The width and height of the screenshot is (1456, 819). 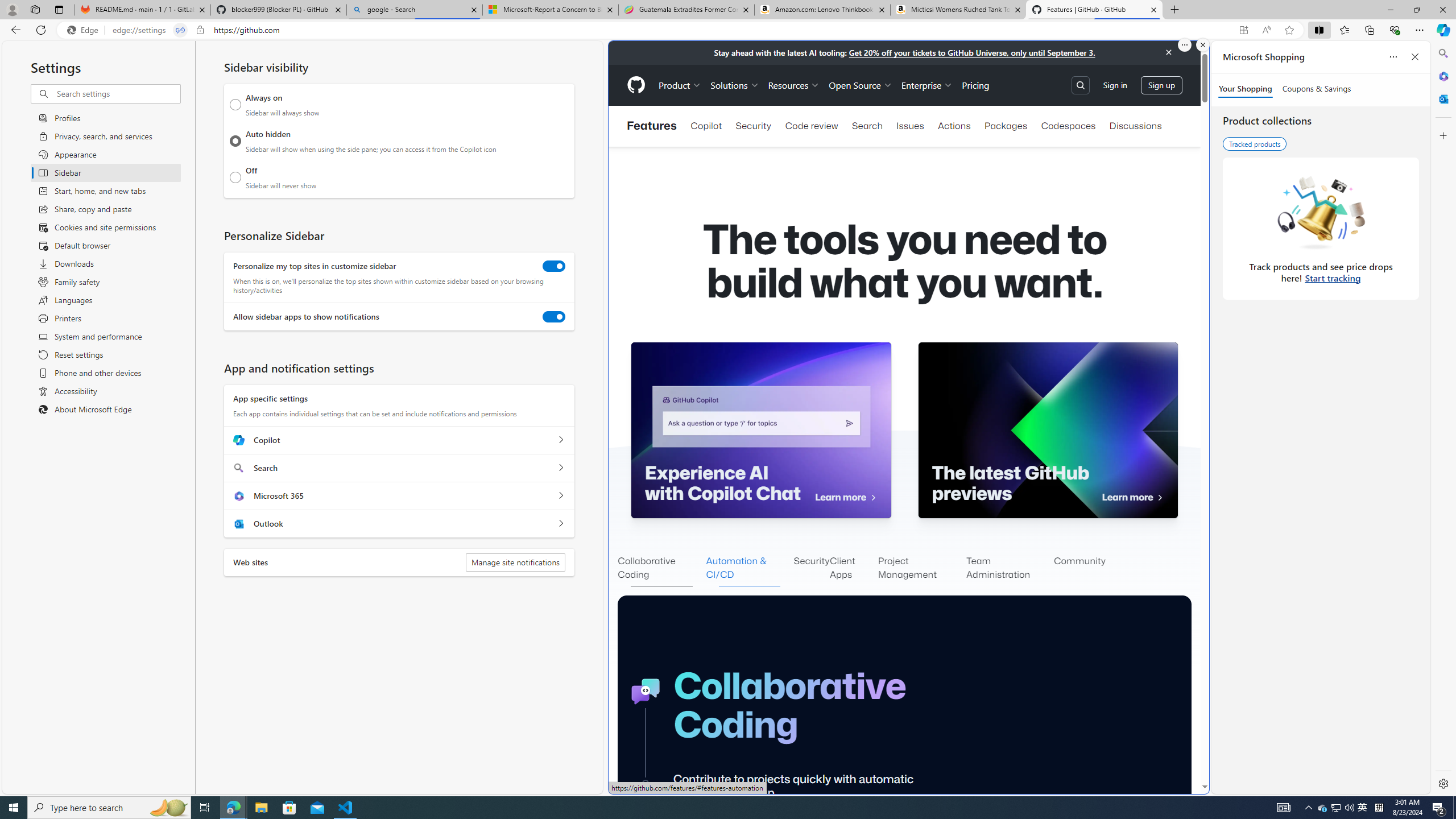 What do you see at coordinates (1184, 44) in the screenshot?
I see `'More options.'` at bounding box center [1184, 44].